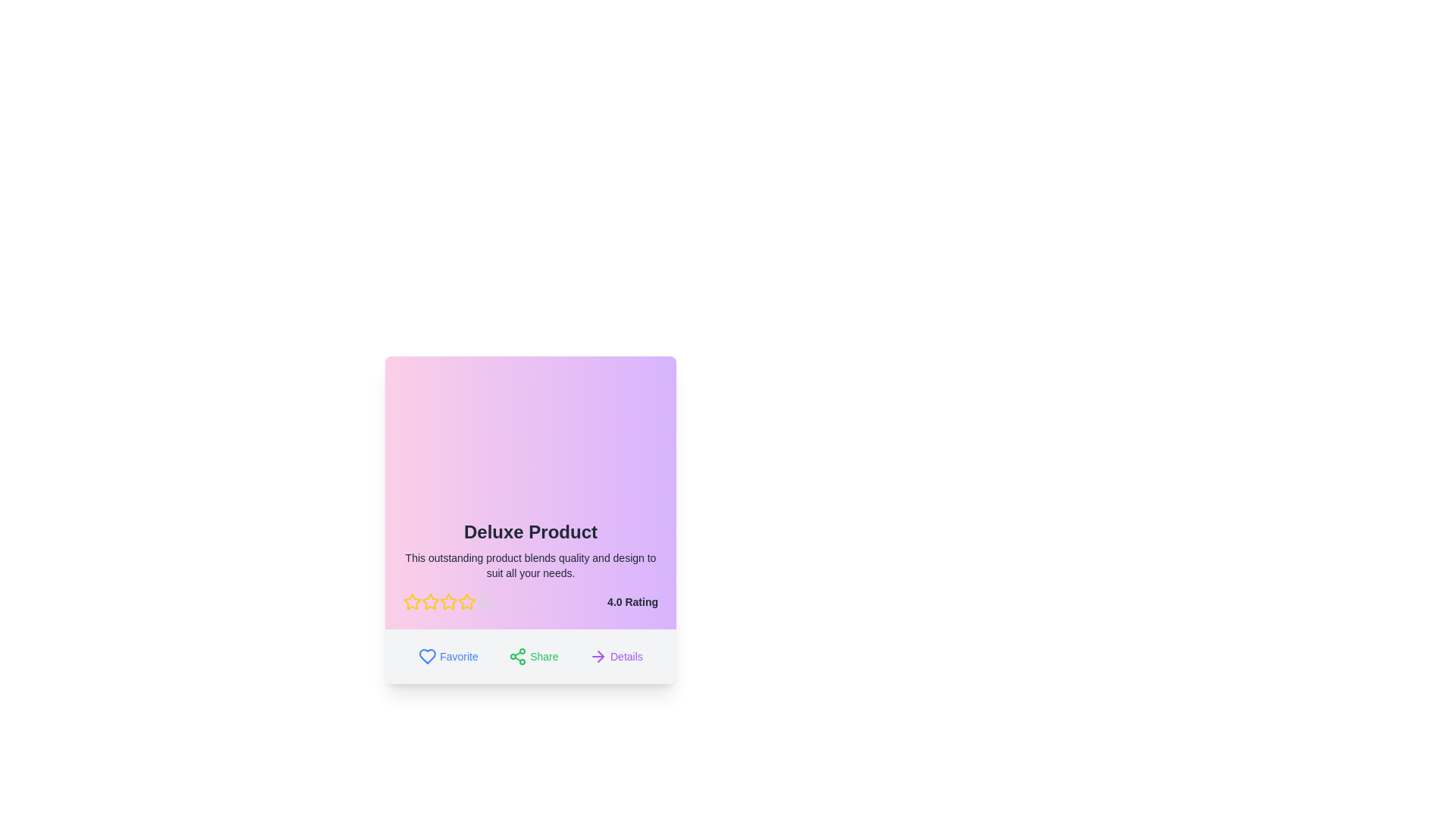 The height and width of the screenshot is (819, 1456). Describe the element at coordinates (412, 601) in the screenshot. I see `the first yellow star icon outlined in red under the title 'Deluxe Product' to rate it` at that location.